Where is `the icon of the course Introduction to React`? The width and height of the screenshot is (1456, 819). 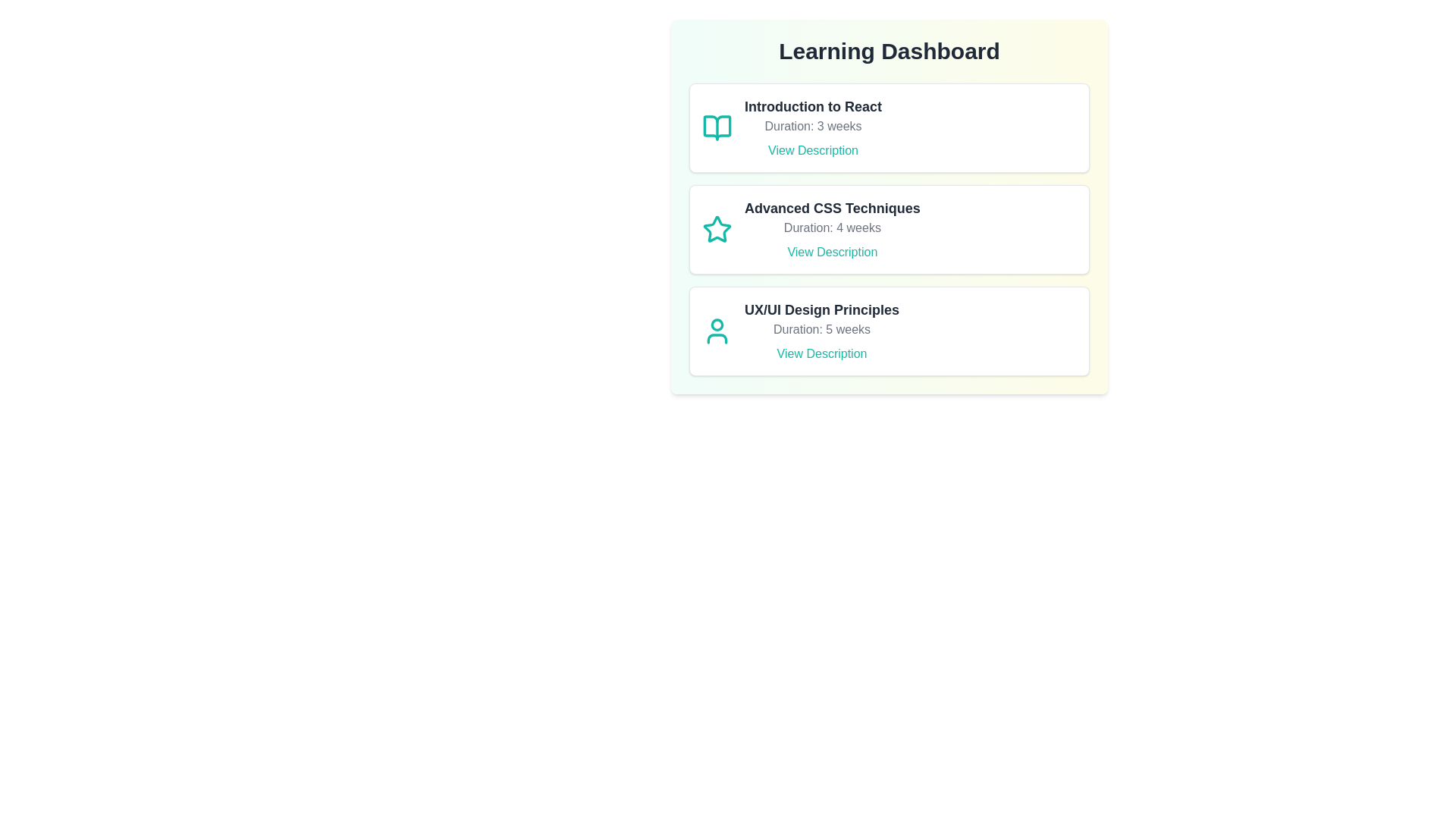
the icon of the course Introduction to React is located at coordinates (716, 127).